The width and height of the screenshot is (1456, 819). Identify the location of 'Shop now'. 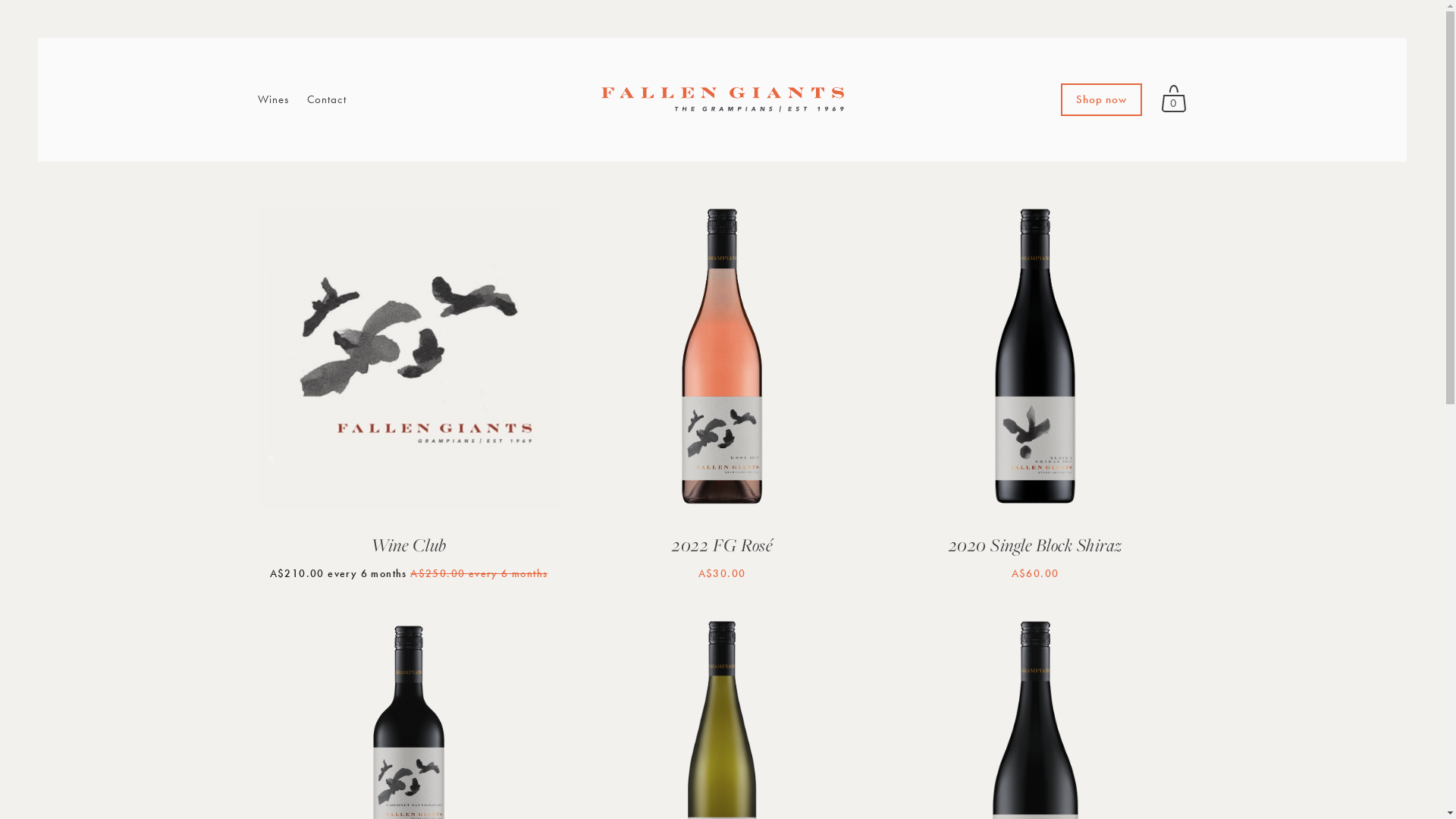
(1101, 99).